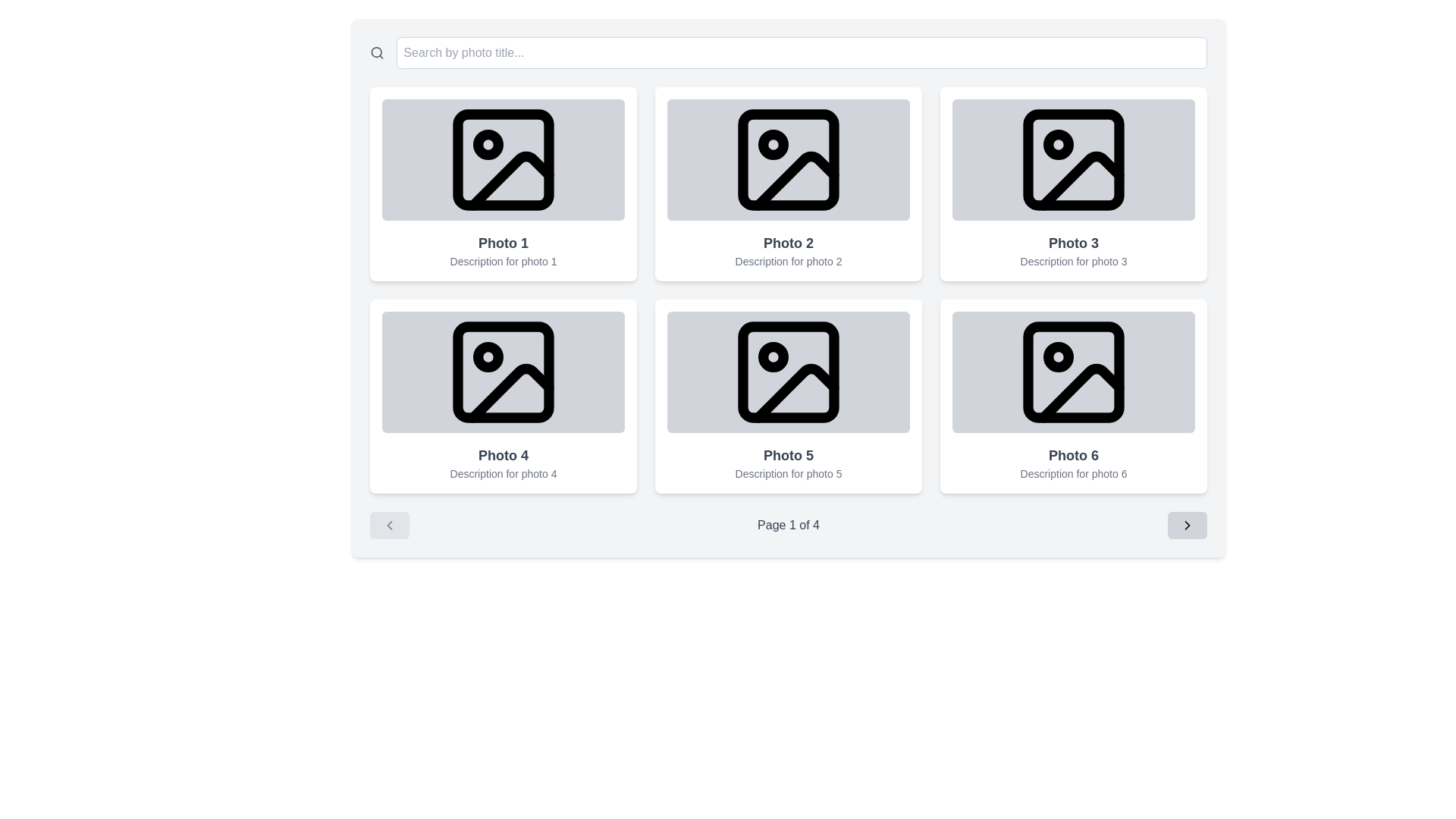  What do you see at coordinates (789, 372) in the screenshot?
I see `the rounded rectangle with a grayscale background located inside the photo frame icon of 'Photo 5', which is positioned in the upper-left corner of the icon` at bounding box center [789, 372].